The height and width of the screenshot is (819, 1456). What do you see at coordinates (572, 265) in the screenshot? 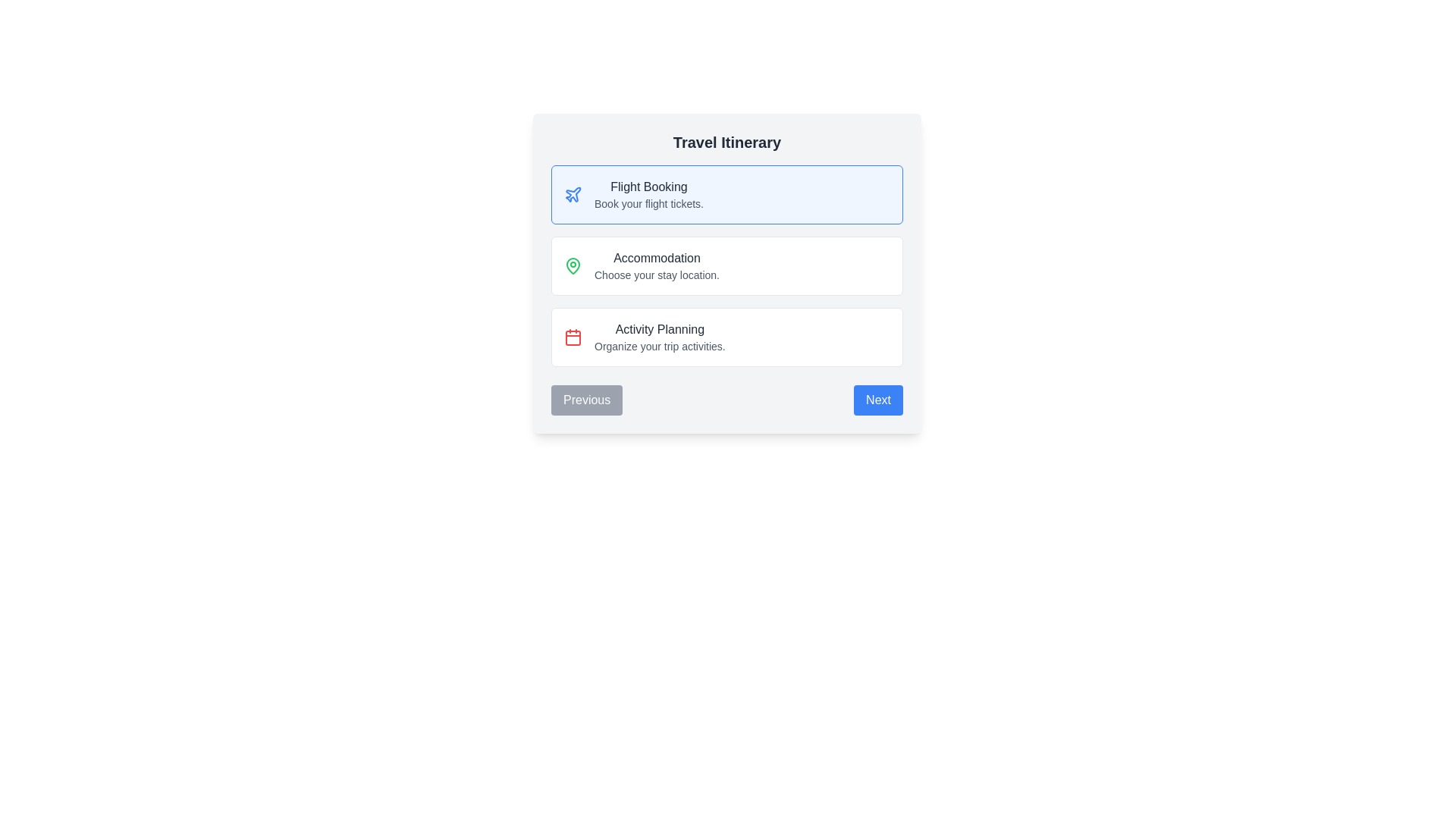
I see `the icon representing the context of selecting a location or accommodation, located in the 'Accommodation' panel under 'Choose your stay location.'` at bounding box center [572, 265].